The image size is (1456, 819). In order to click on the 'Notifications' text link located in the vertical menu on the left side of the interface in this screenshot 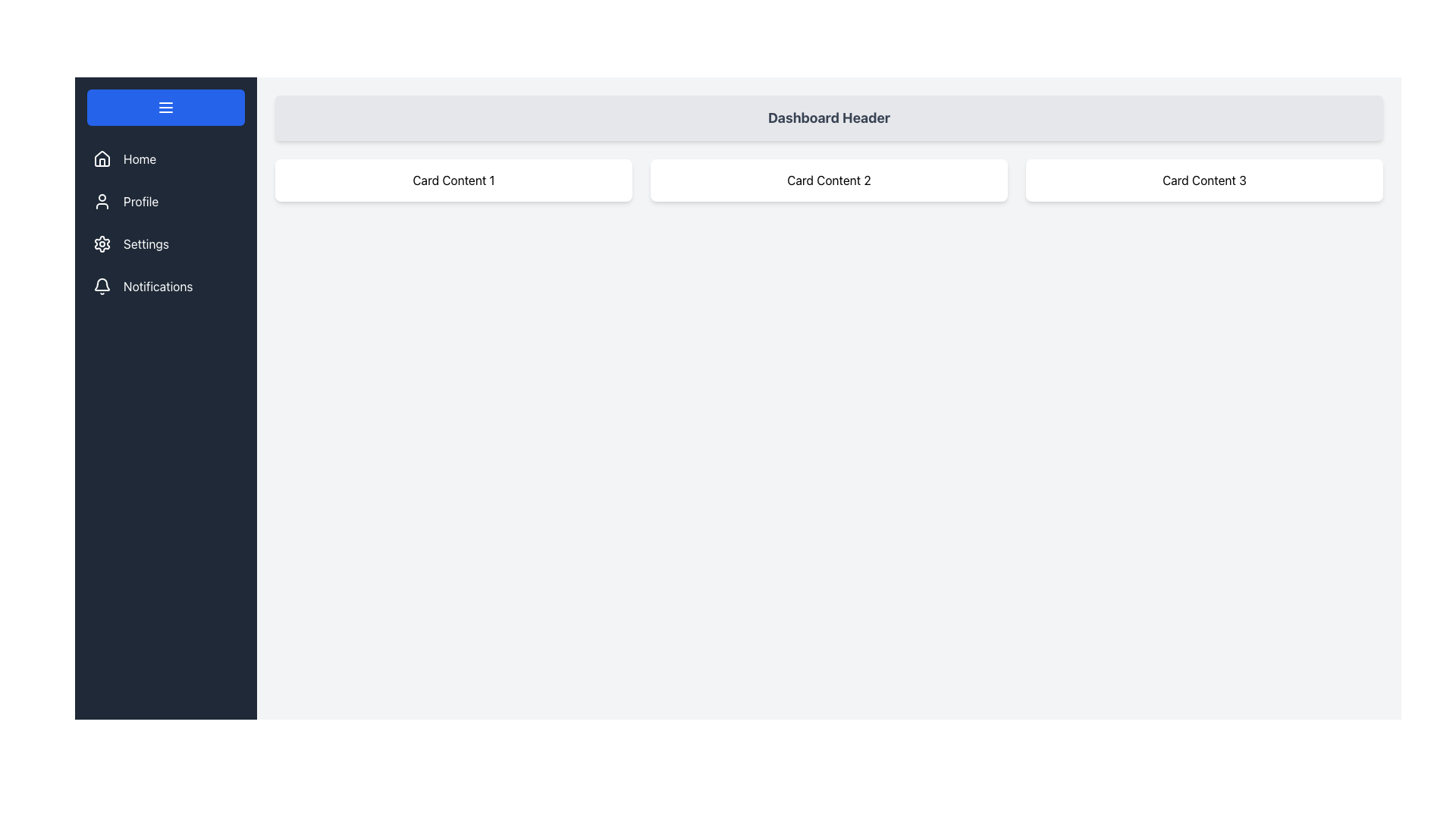, I will do `click(158, 287)`.